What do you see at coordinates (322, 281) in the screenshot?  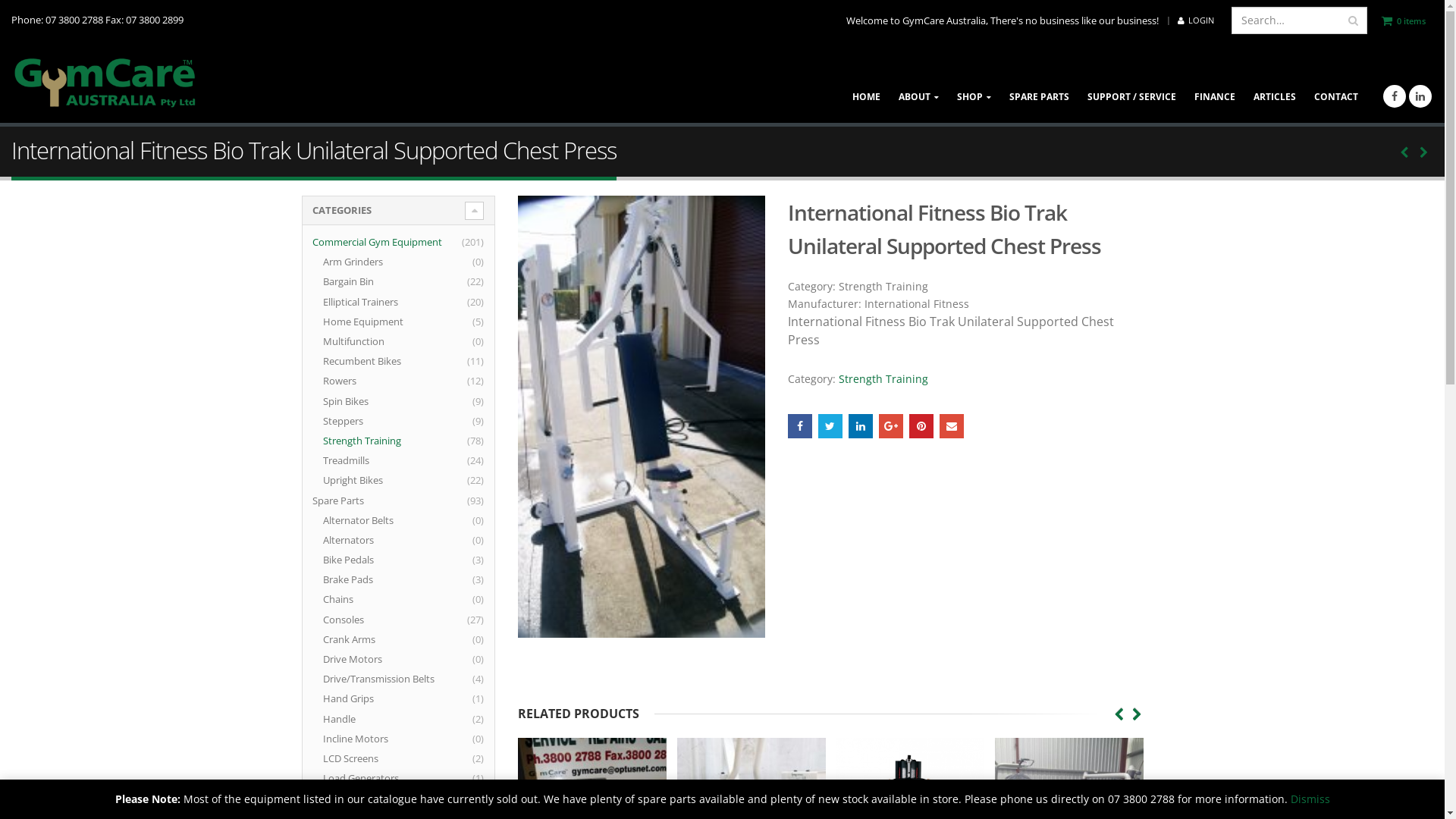 I see `'Bargain Bin'` at bounding box center [322, 281].